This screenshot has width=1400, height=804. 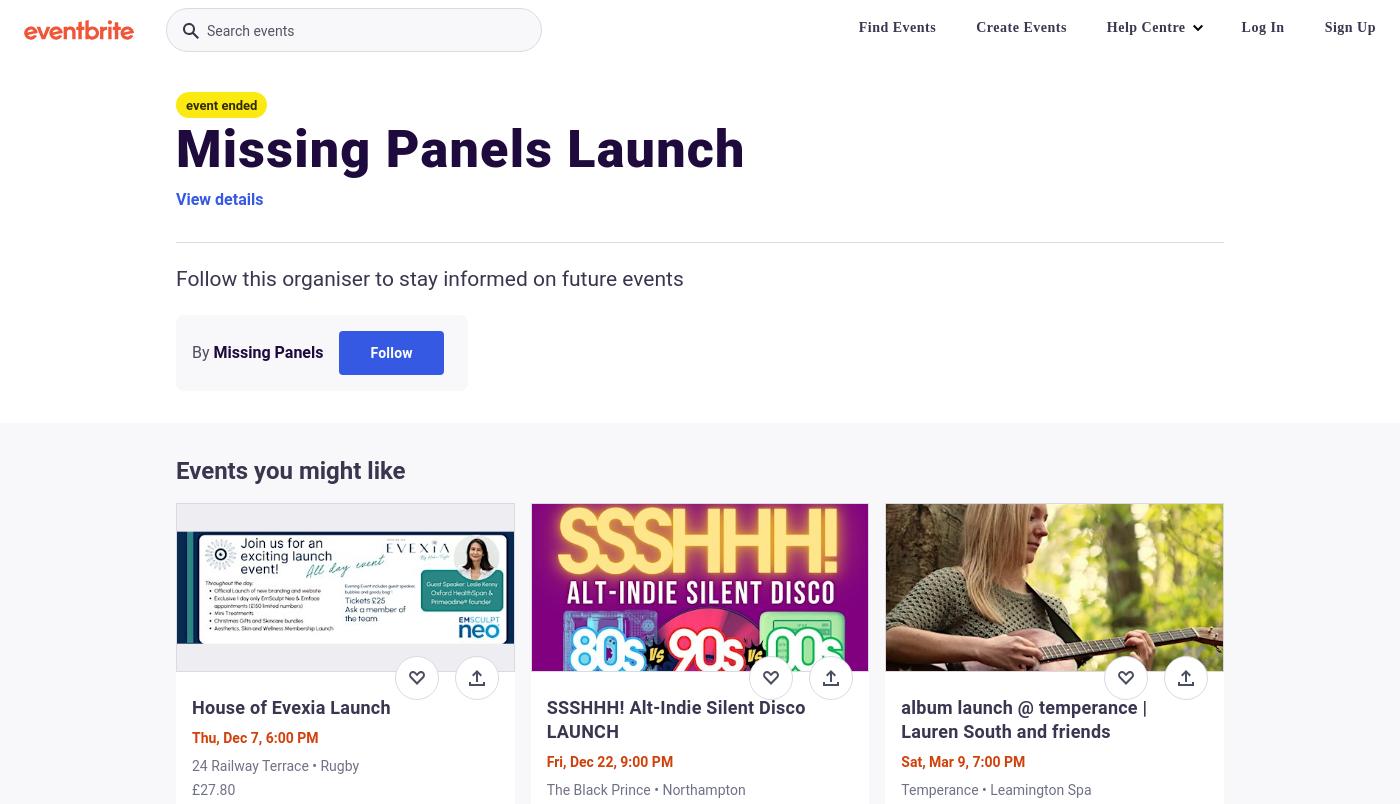 What do you see at coordinates (896, 27) in the screenshot?
I see `'Find Events'` at bounding box center [896, 27].